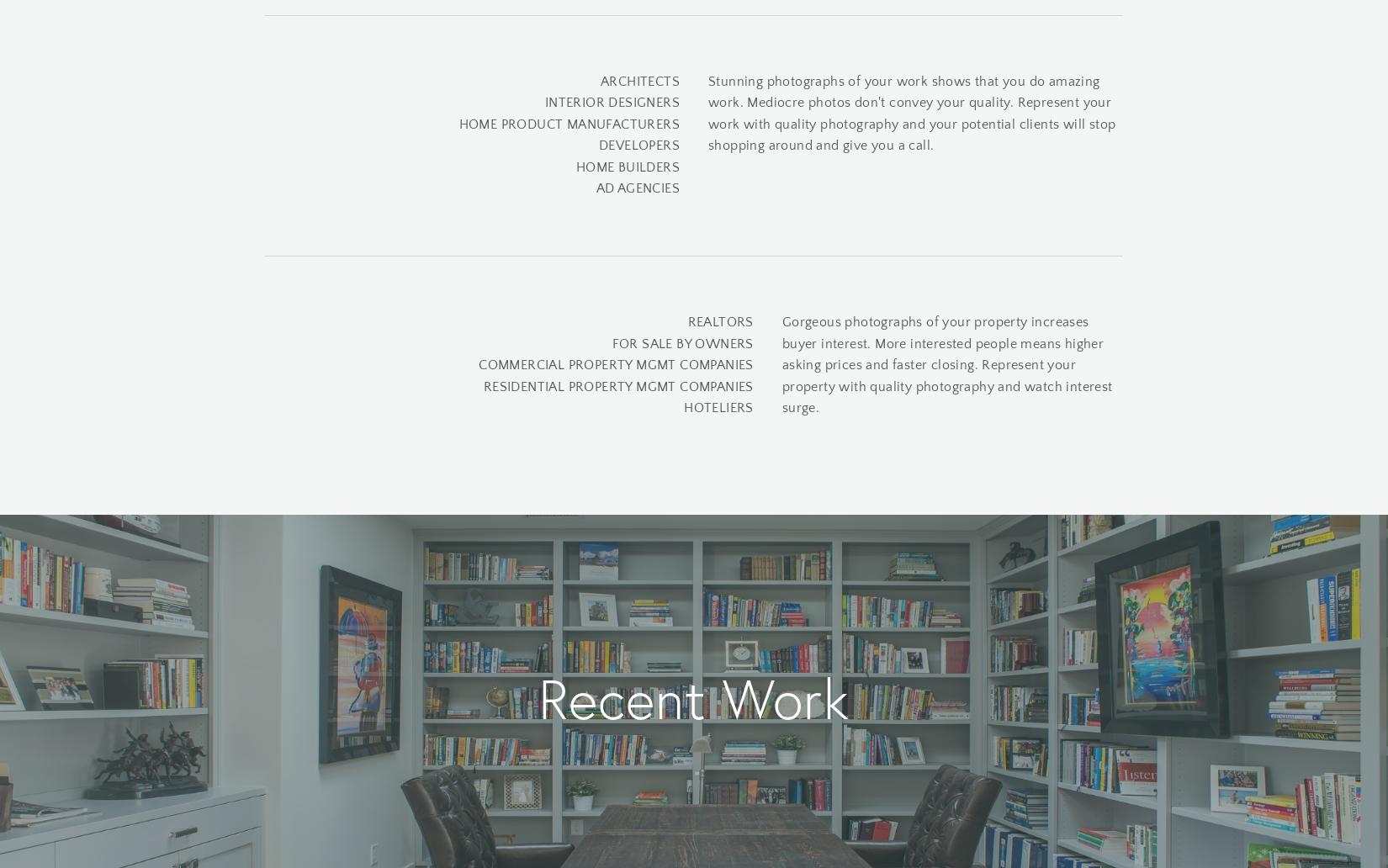  I want to click on 'DEVELOPERS', so click(638, 144).